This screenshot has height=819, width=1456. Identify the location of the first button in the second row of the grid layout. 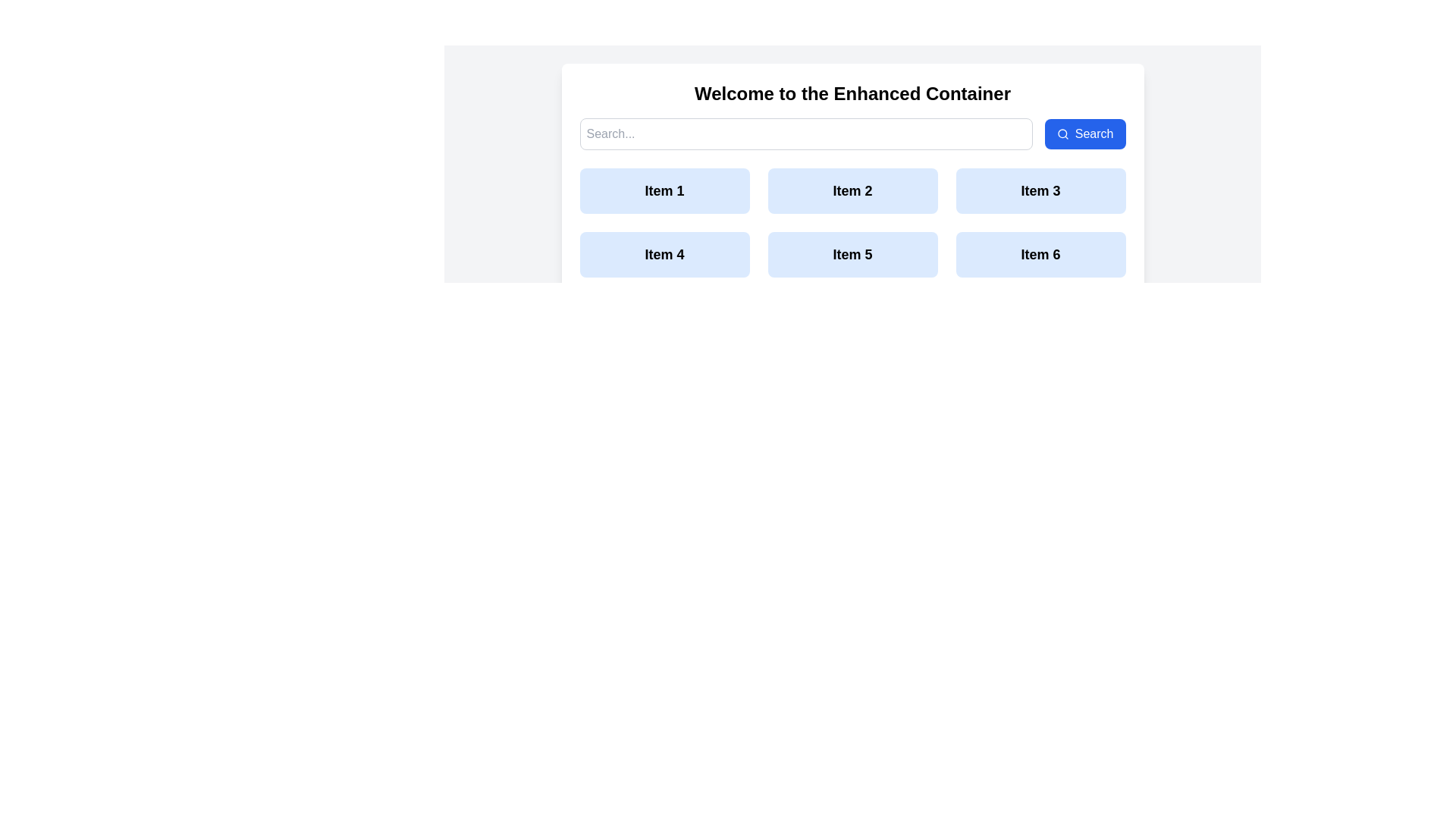
(664, 253).